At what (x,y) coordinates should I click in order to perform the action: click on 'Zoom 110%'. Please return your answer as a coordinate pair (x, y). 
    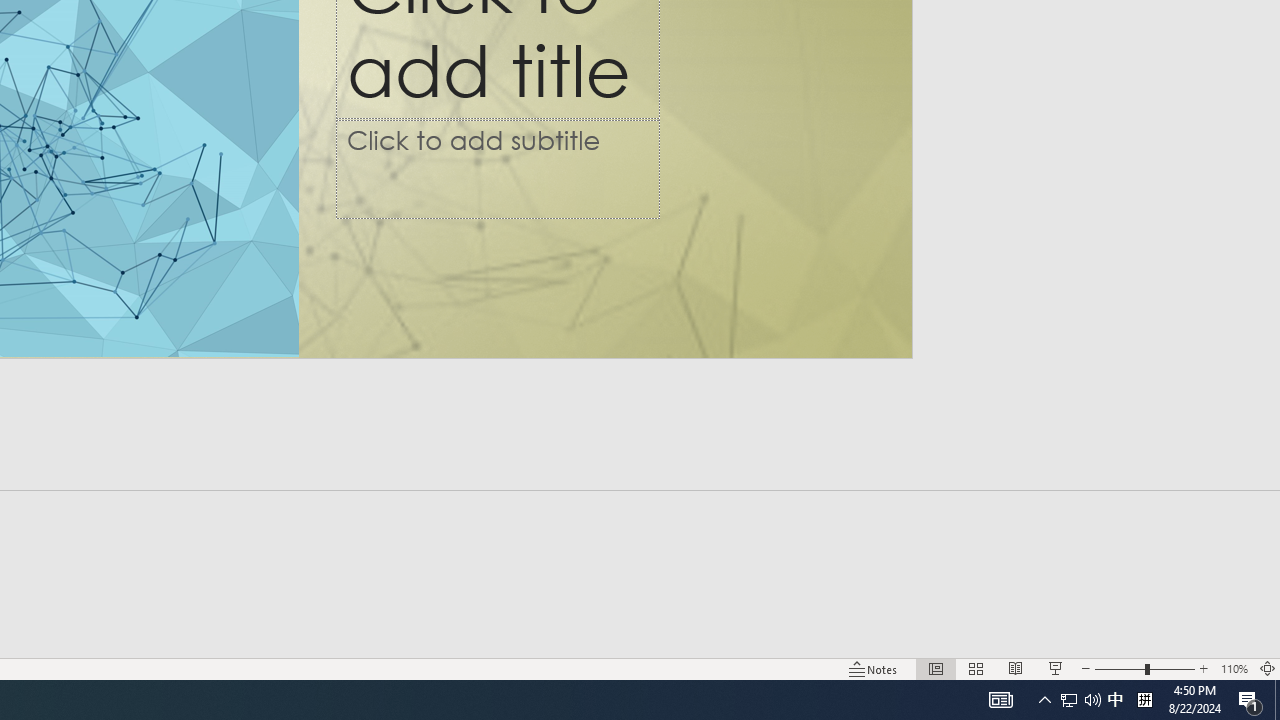
    Looking at the image, I should click on (1233, 669).